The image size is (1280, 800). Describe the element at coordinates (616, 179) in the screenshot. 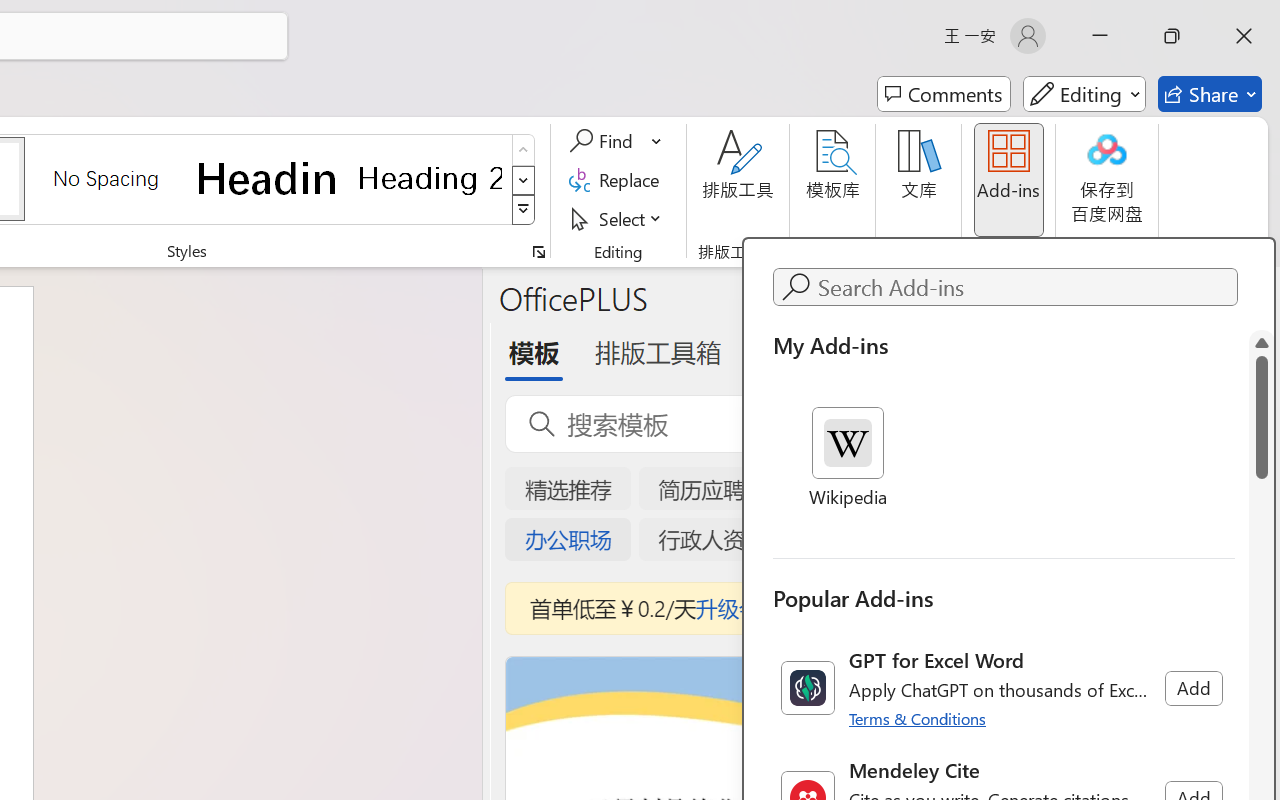

I see `'Replace...'` at that location.